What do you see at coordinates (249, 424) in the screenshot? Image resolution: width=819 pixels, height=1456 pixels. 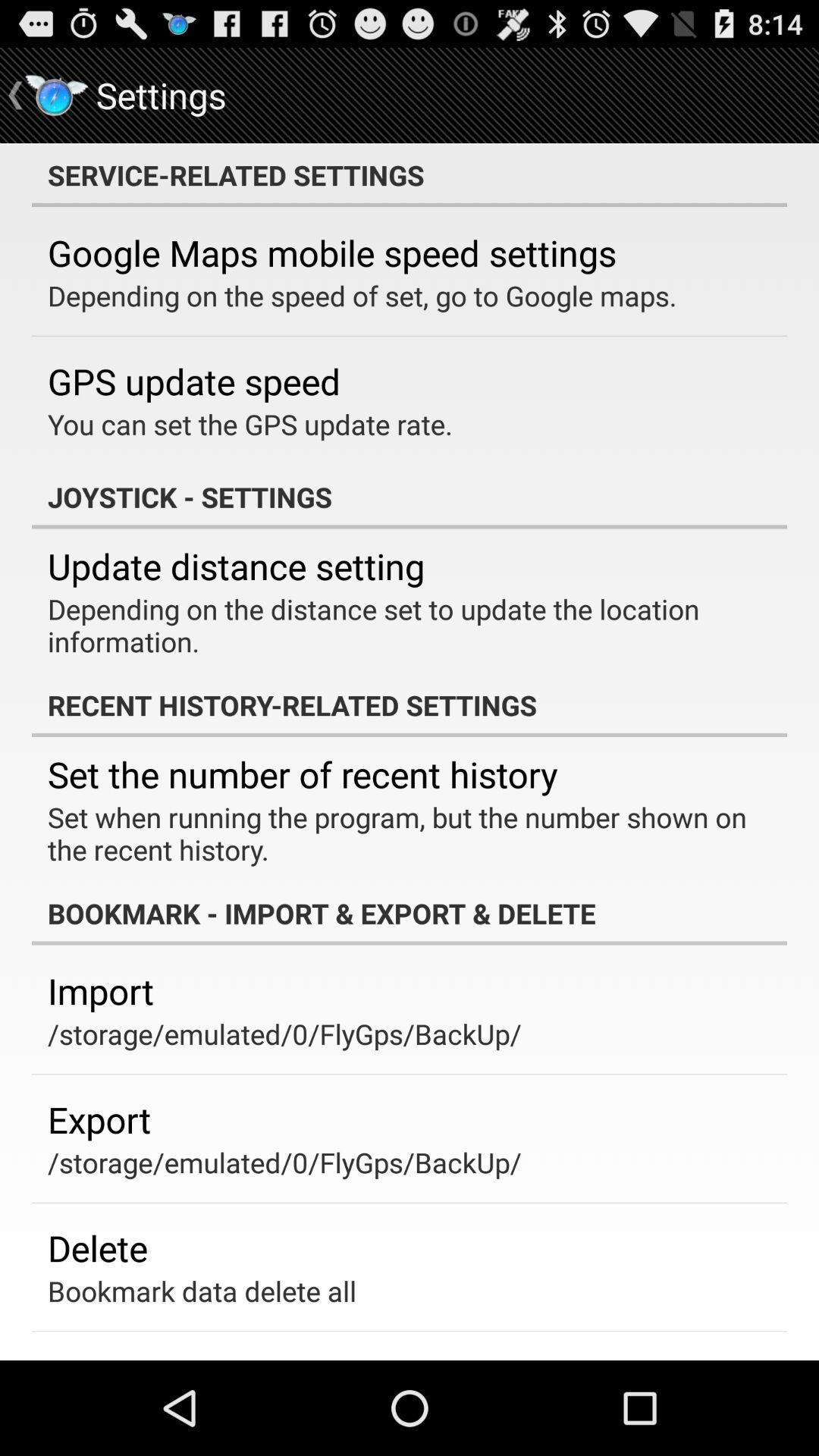 I see `app above the joystick - settings item` at bounding box center [249, 424].